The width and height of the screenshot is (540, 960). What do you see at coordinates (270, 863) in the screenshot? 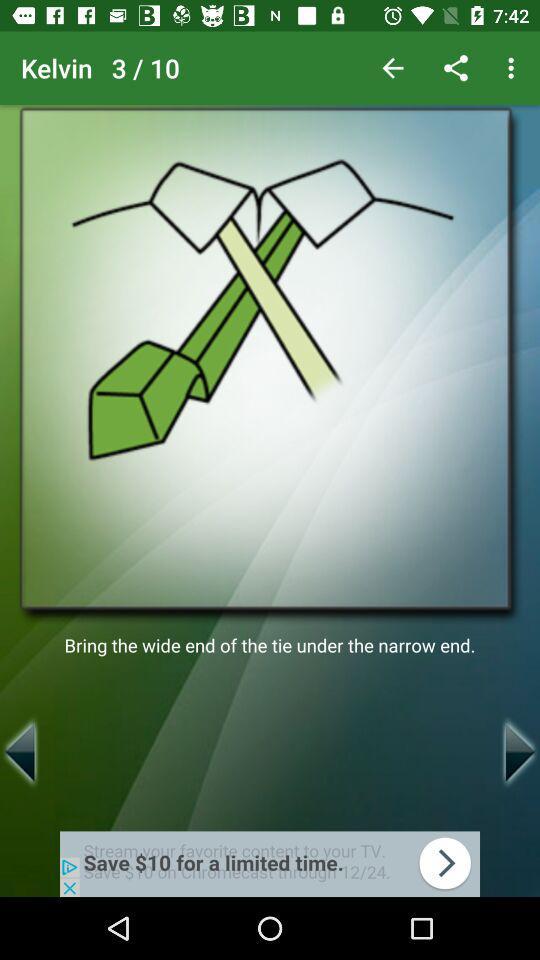
I see `advertisement for chromecast` at bounding box center [270, 863].